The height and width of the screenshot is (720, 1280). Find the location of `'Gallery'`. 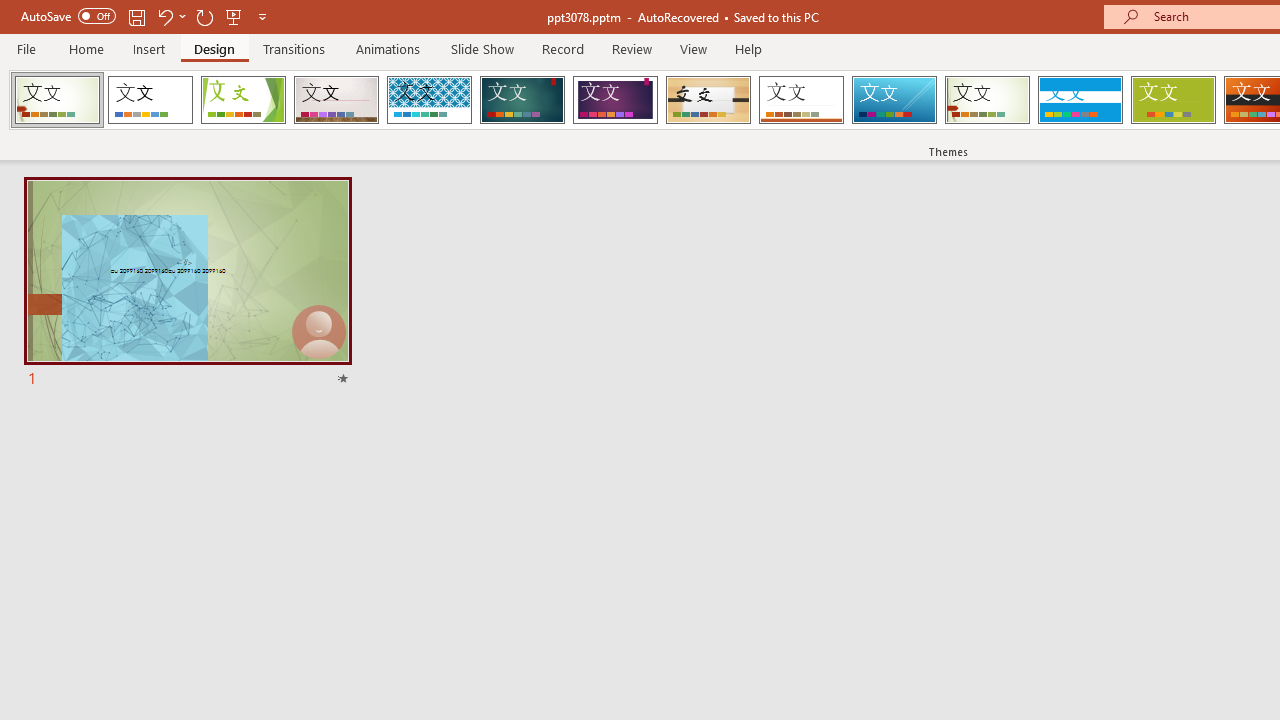

'Gallery' is located at coordinates (336, 100).